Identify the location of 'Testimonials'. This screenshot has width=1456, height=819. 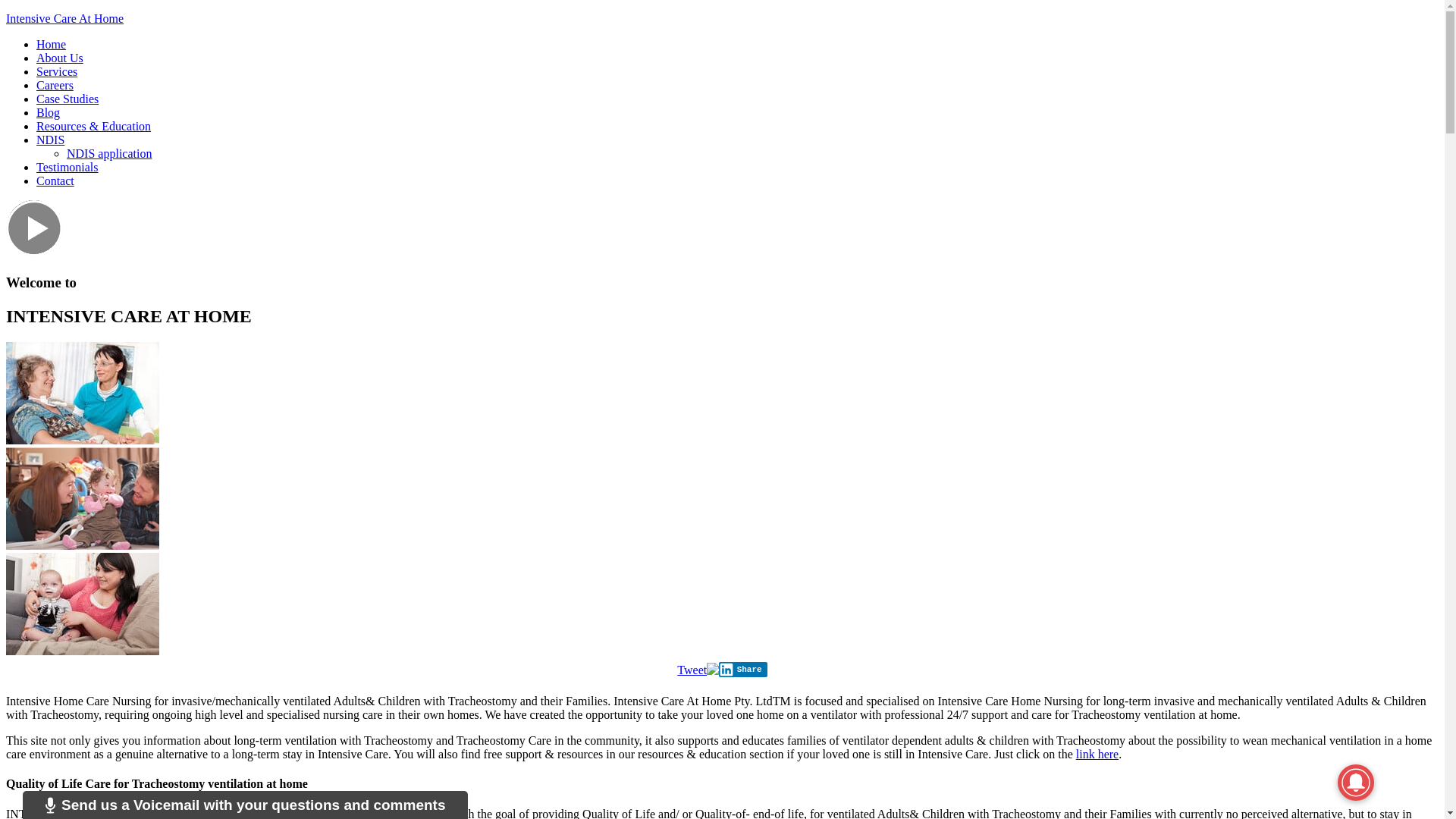
(67, 167).